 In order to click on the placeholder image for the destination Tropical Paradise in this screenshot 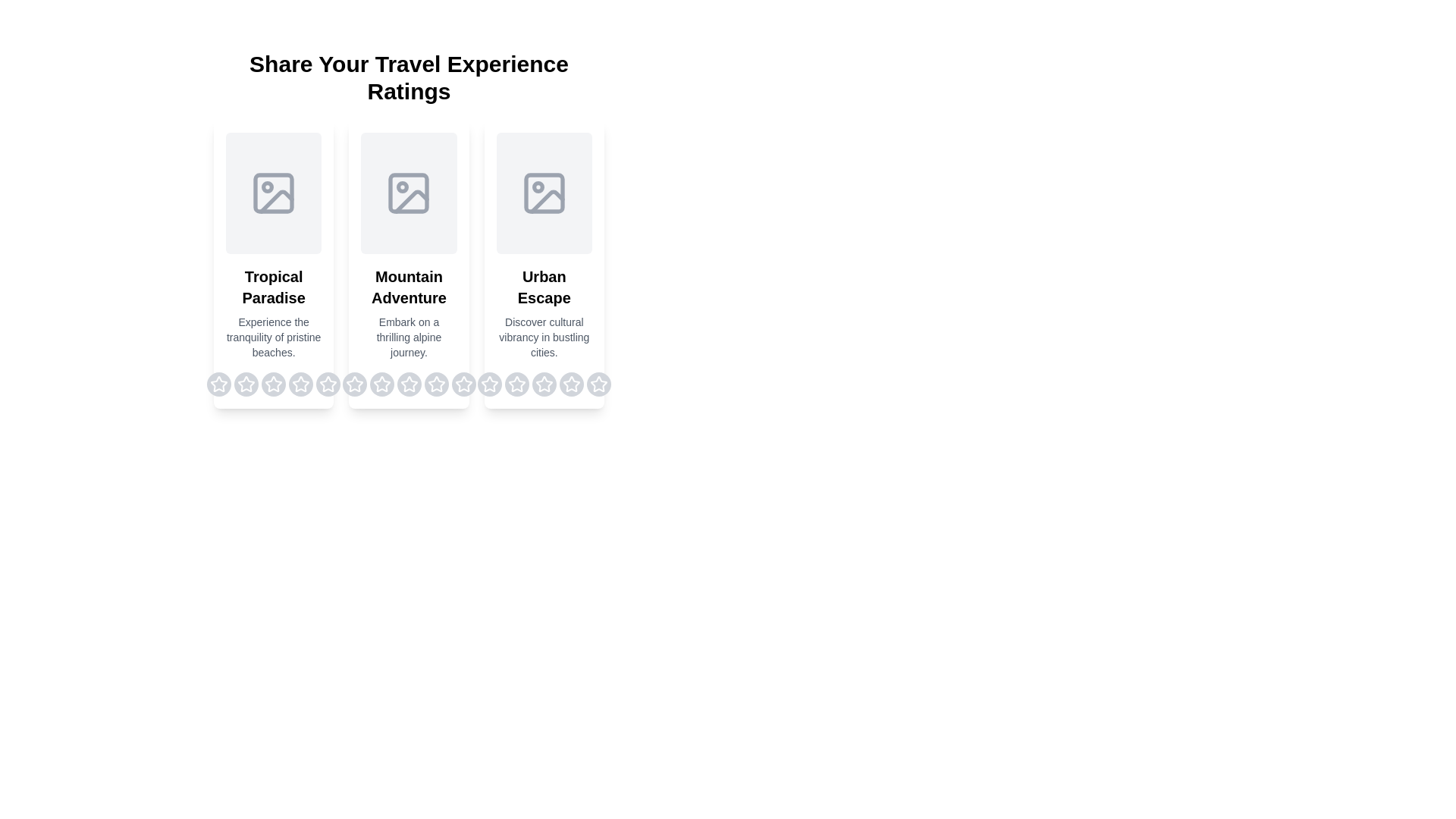, I will do `click(273, 192)`.